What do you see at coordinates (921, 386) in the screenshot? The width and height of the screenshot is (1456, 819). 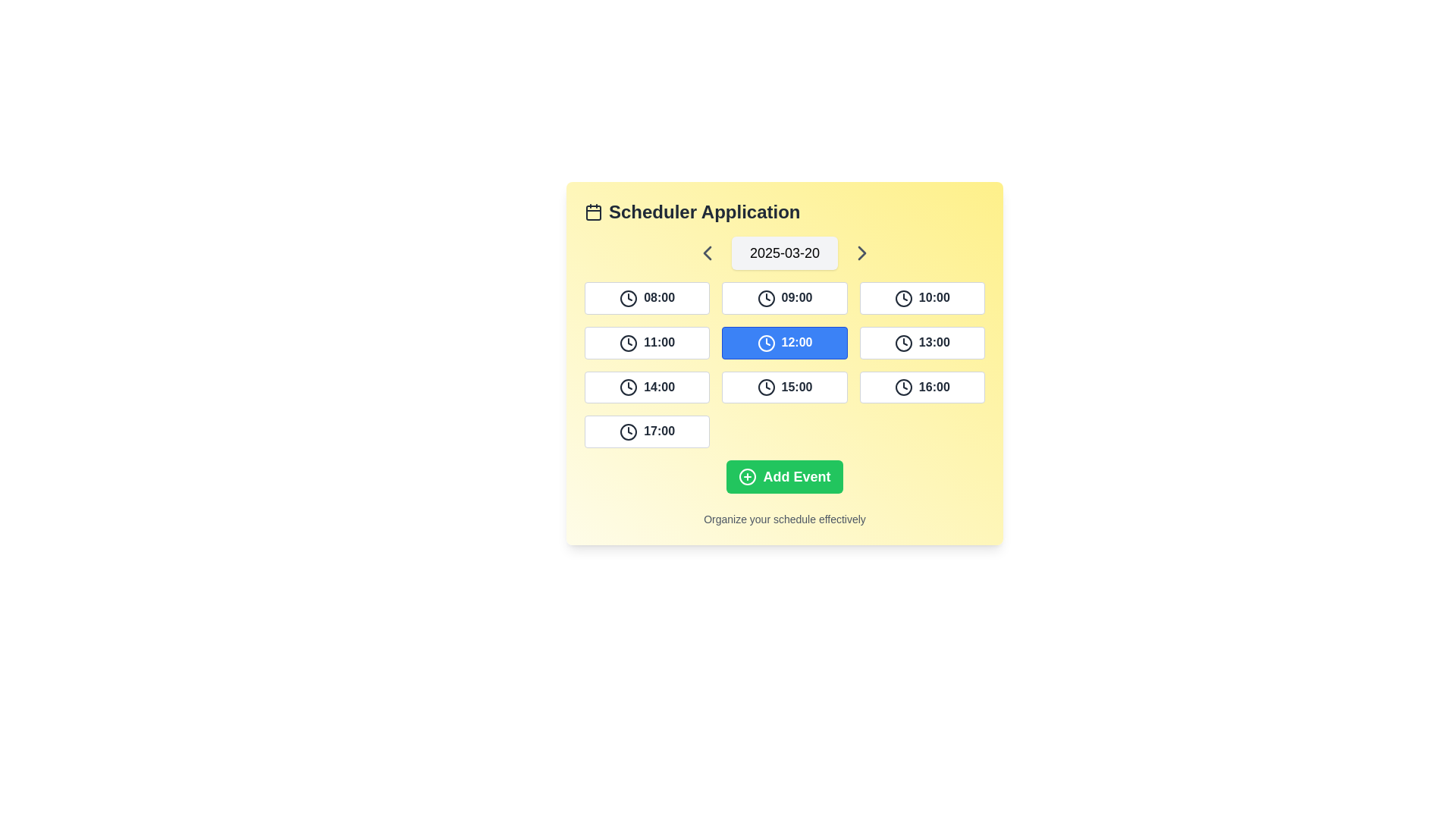 I see `the button representing the selectable time slot for 16:00 (4:00 PM) to trigger the context menu` at bounding box center [921, 386].